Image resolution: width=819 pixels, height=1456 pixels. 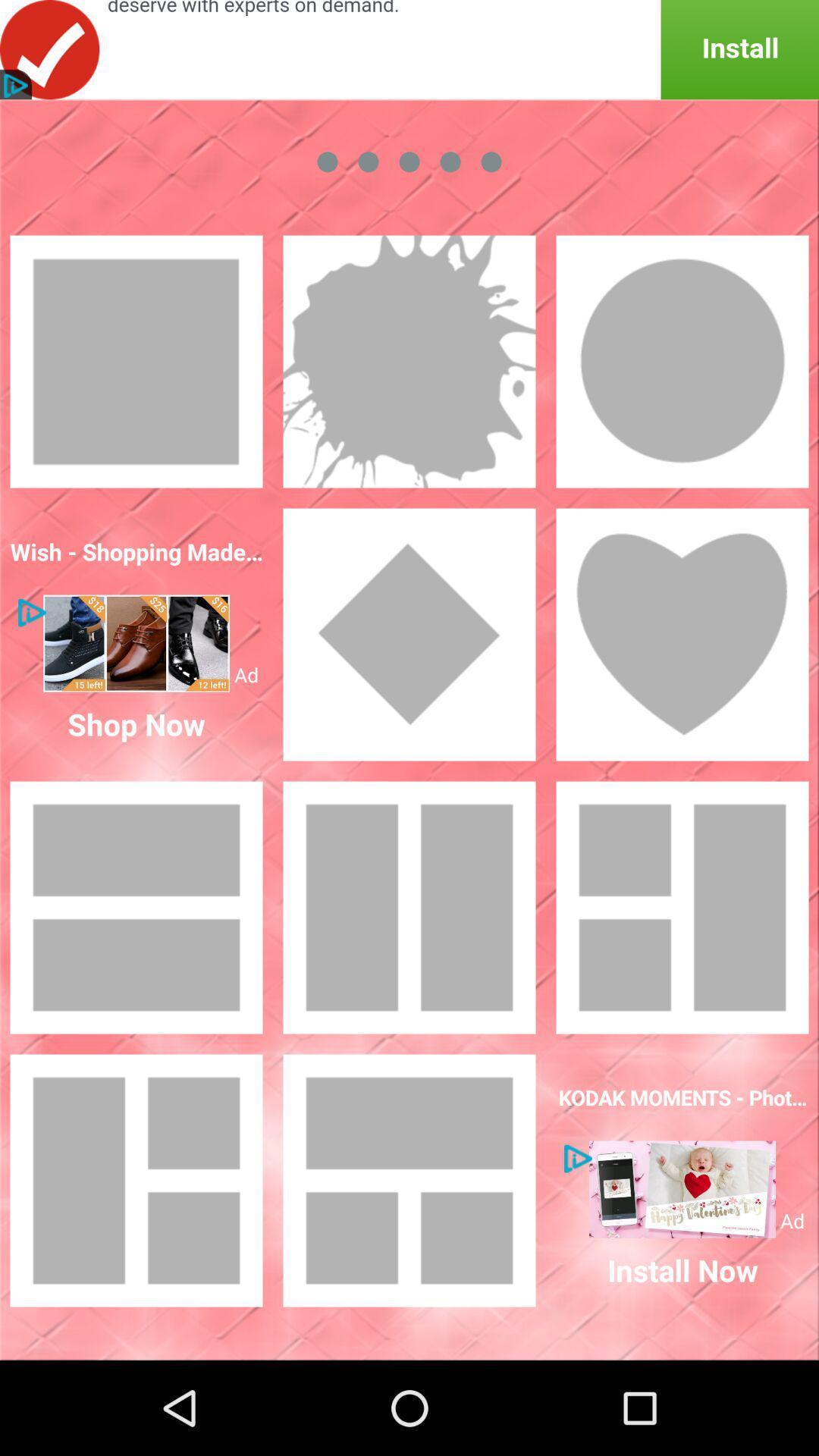 I want to click on figure, so click(x=681, y=634).